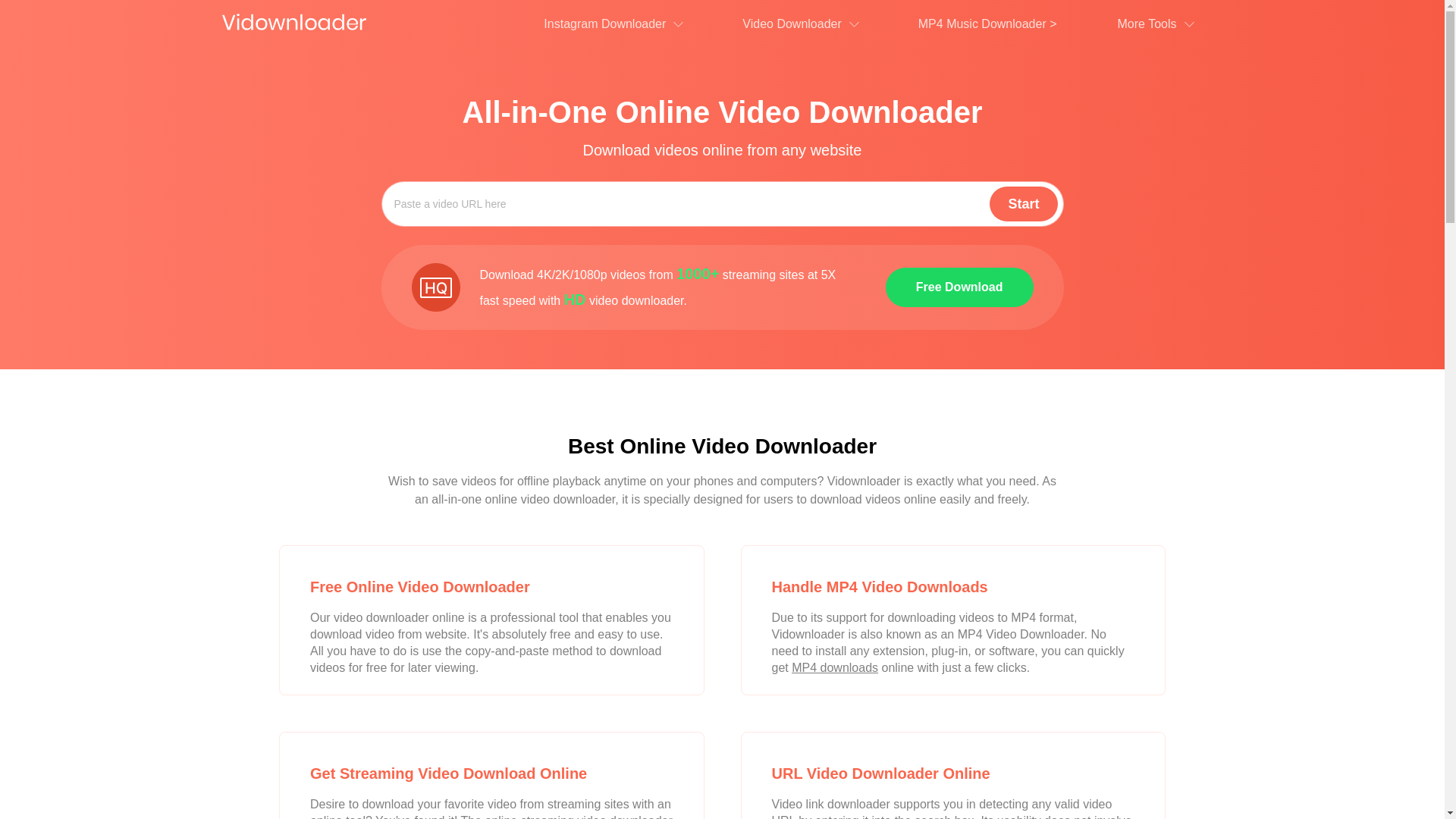 This screenshot has width=1456, height=819. I want to click on 'More Tools', so click(1154, 27).